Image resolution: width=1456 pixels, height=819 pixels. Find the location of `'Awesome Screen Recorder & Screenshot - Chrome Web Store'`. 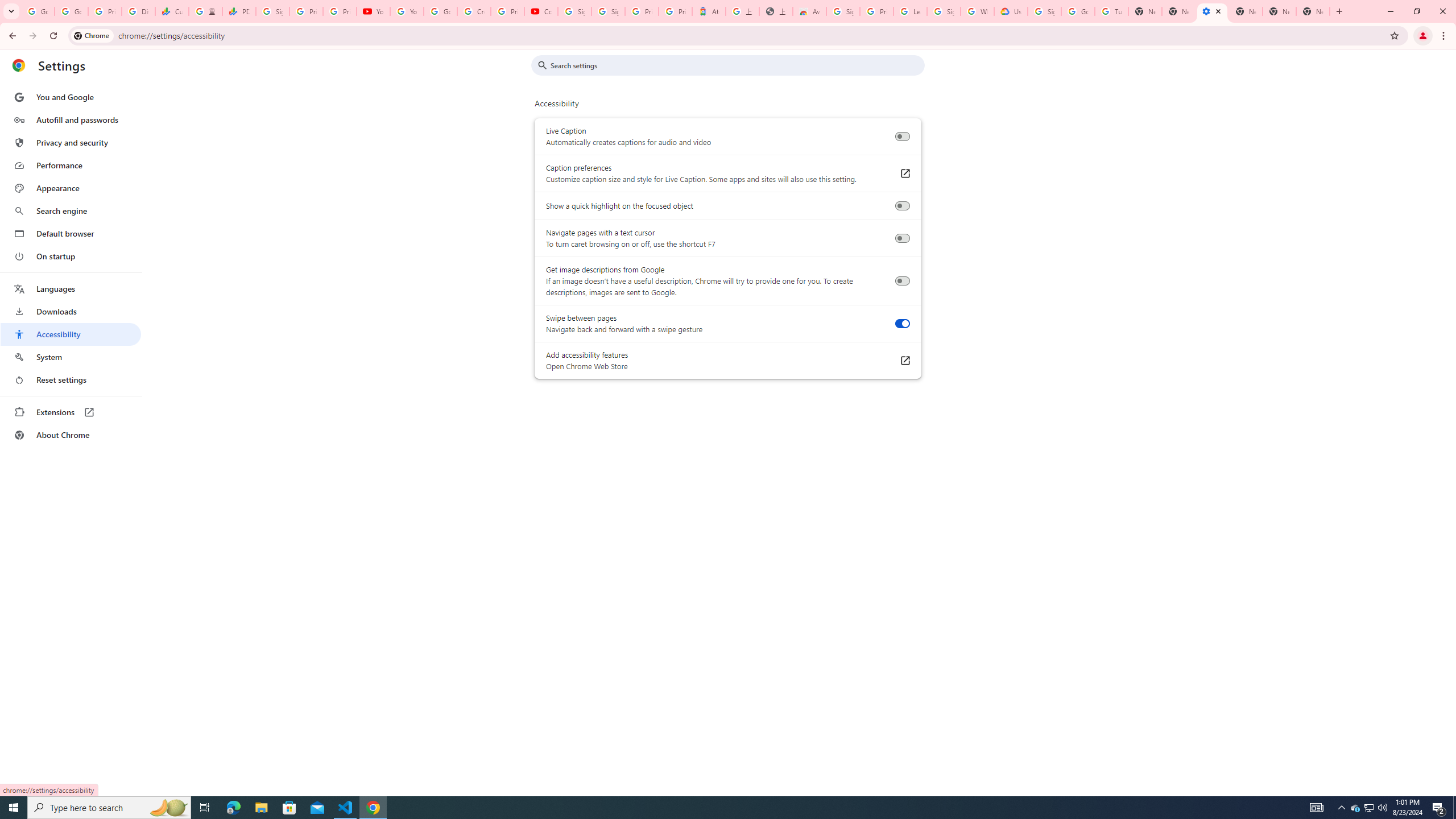

'Awesome Screen Recorder & Screenshot - Chrome Web Store' is located at coordinates (809, 11).